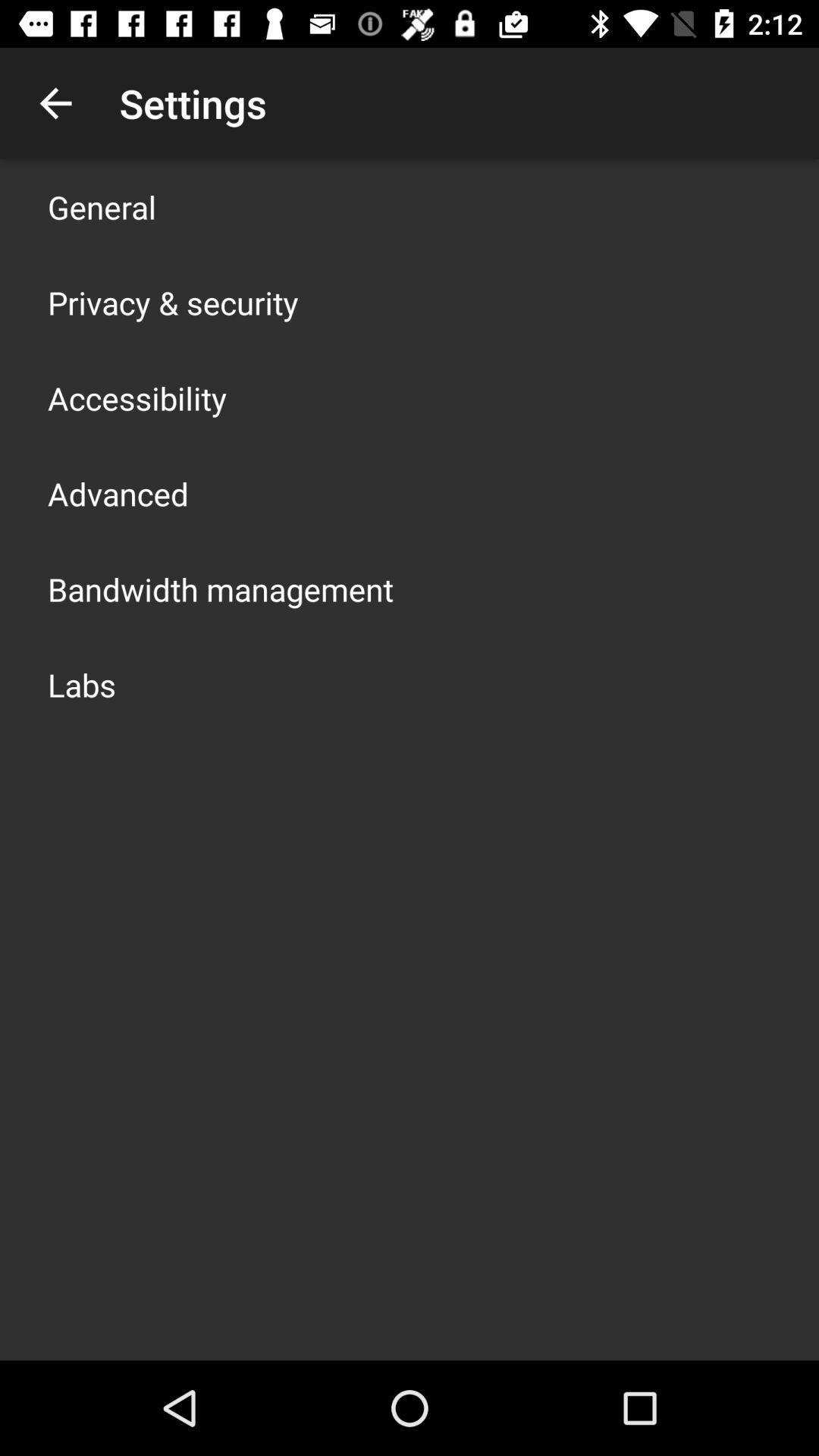  What do you see at coordinates (220, 588) in the screenshot?
I see `icon above the labs app` at bounding box center [220, 588].